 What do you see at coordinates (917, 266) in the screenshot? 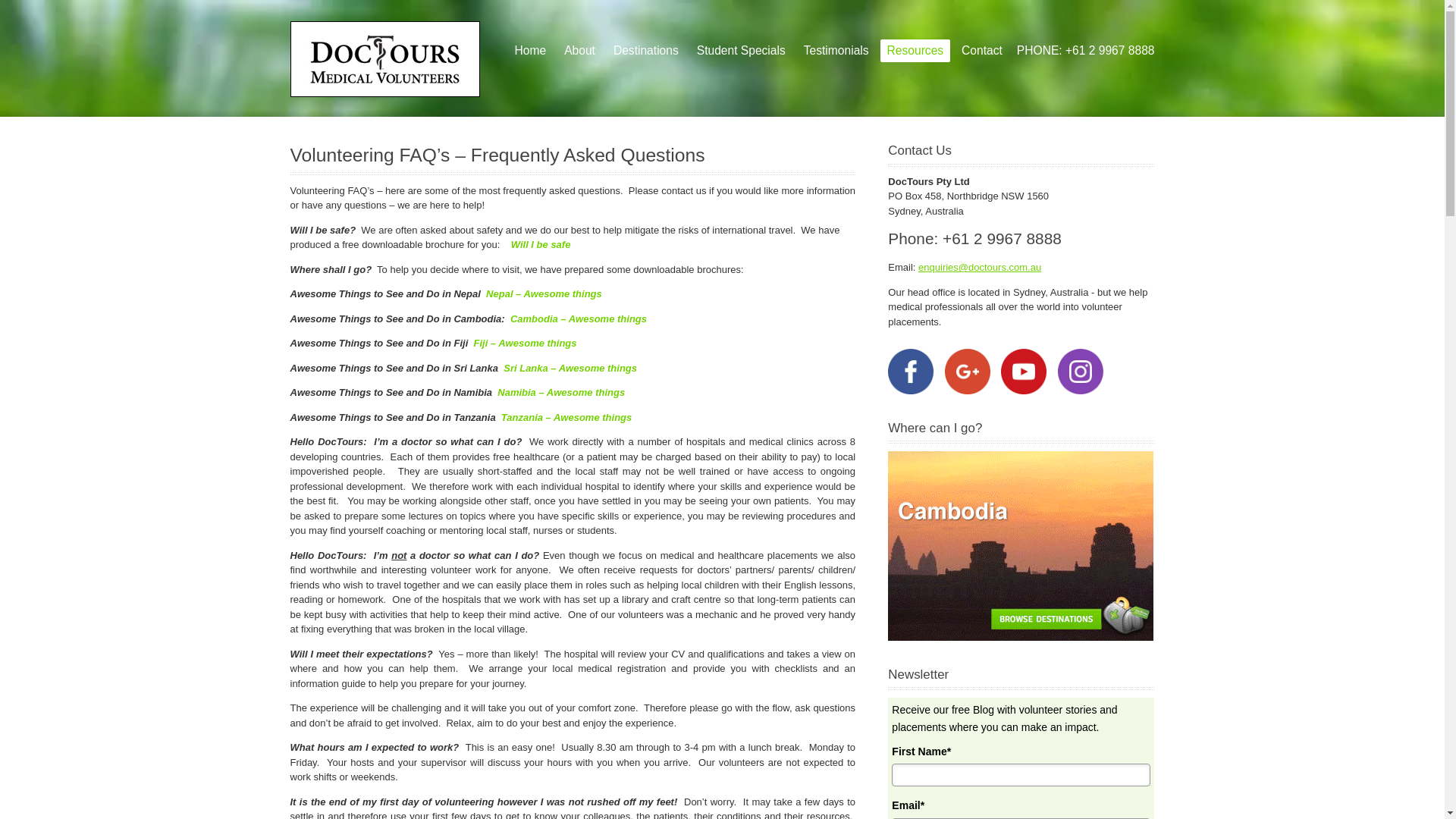
I see `'enquiries@doctours.com.au'` at bounding box center [917, 266].